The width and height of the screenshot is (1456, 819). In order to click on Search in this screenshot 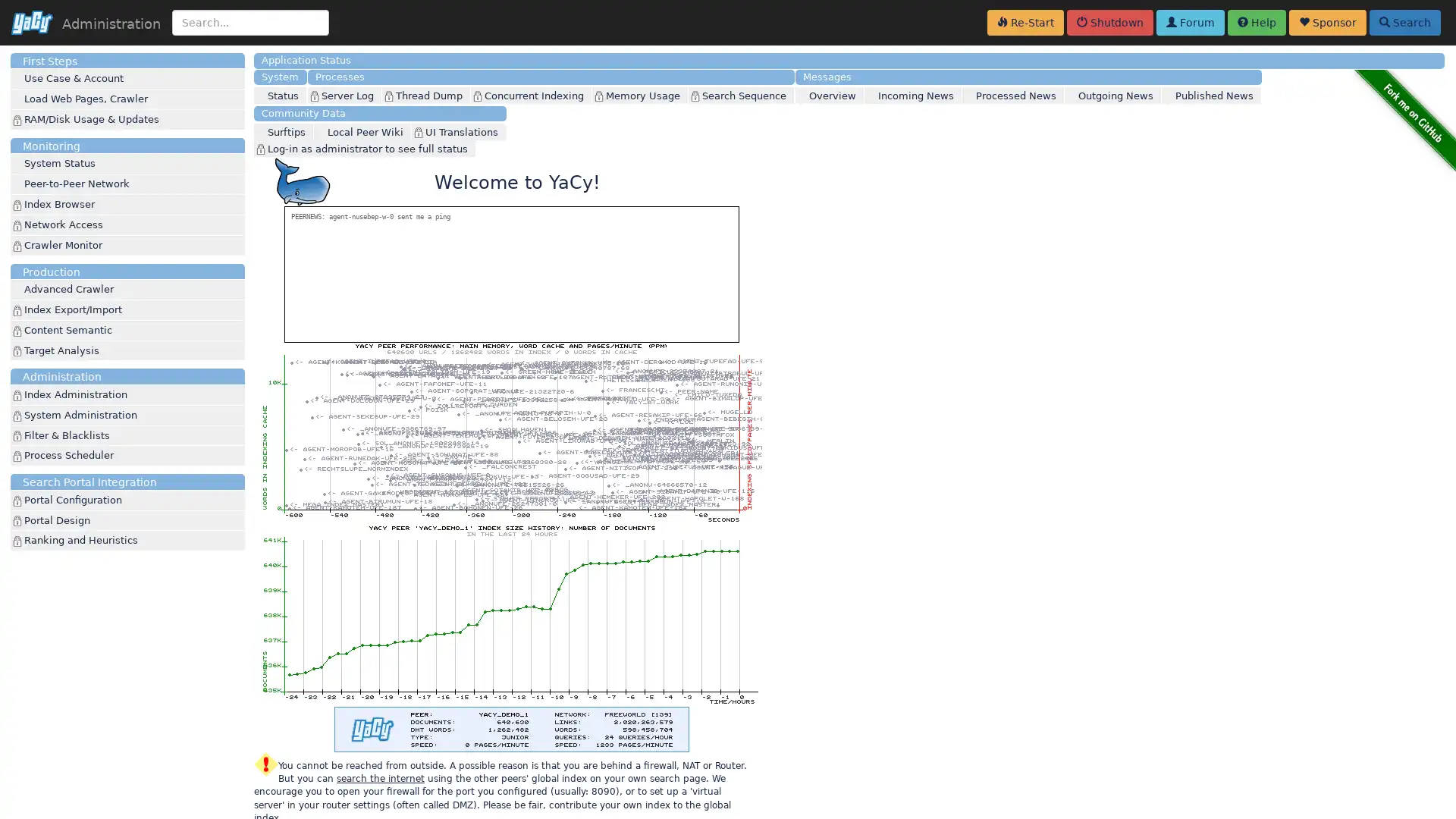, I will do `click(1404, 23)`.